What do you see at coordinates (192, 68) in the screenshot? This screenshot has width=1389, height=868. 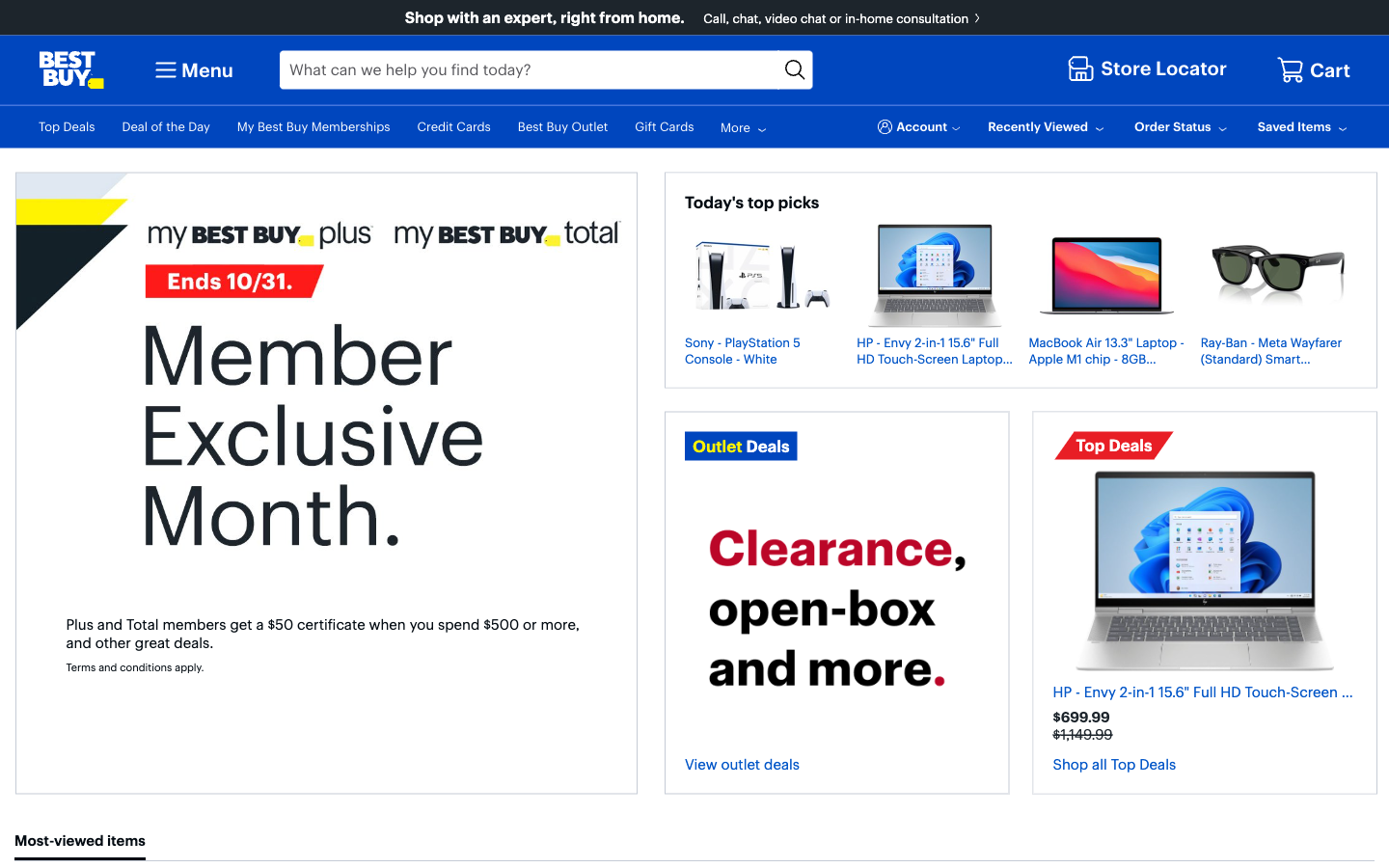 I see `the second option in the Menu` at bounding box center [192, 68].